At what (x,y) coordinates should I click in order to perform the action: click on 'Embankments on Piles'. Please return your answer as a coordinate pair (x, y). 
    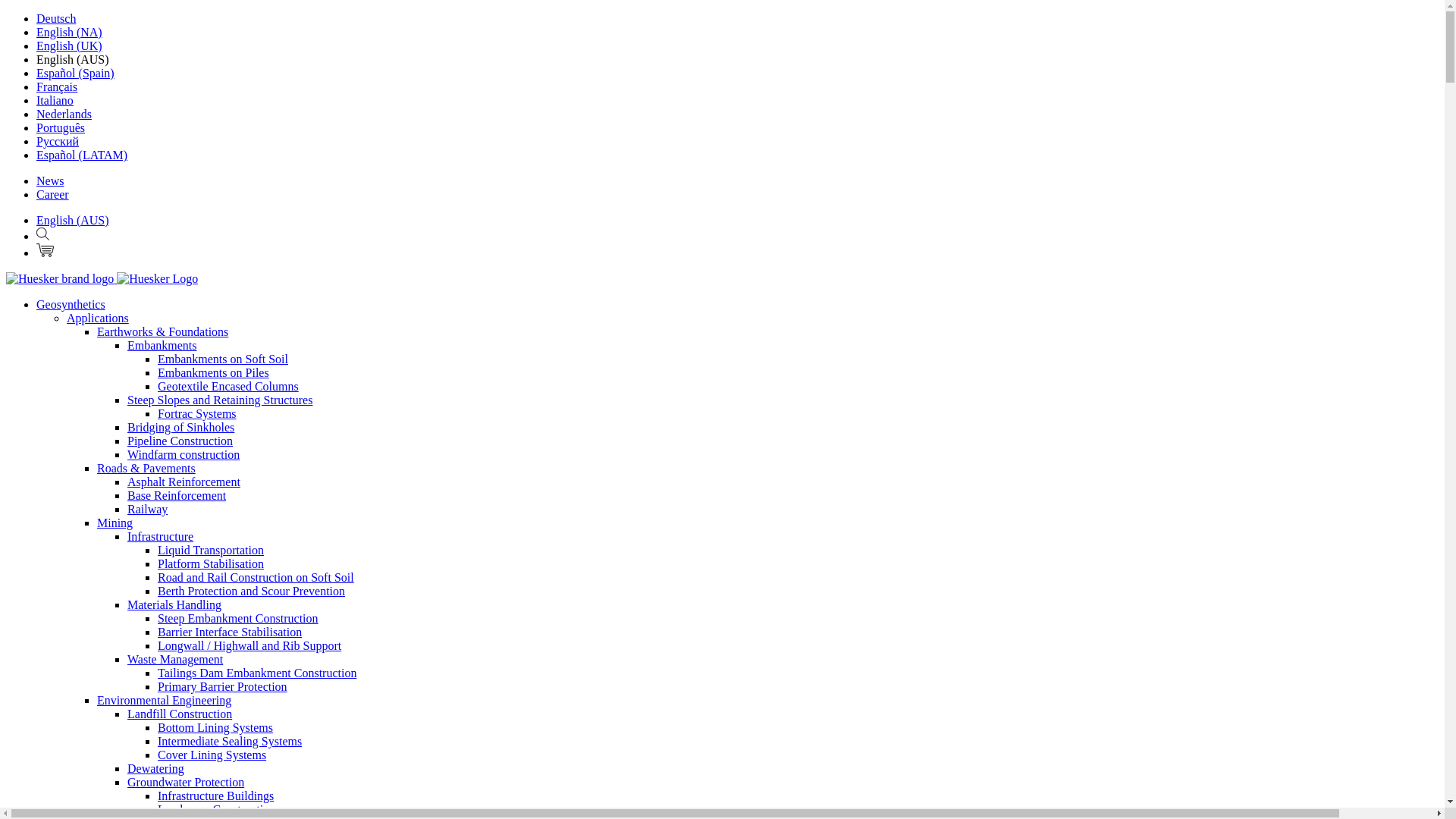
    Looking at the image, I should click on (212, 372).